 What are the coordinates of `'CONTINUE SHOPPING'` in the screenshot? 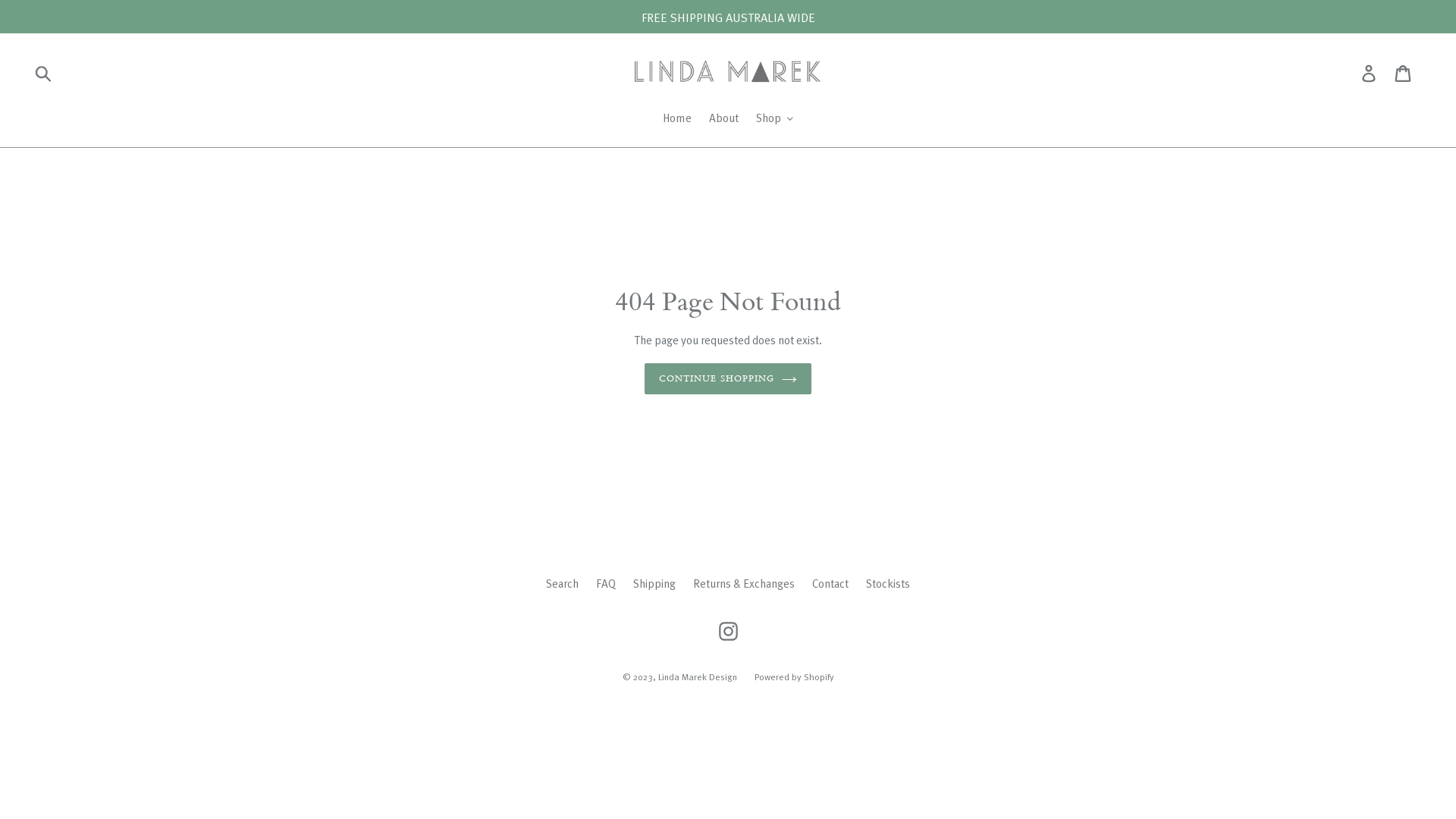 It's located at (728, 378).